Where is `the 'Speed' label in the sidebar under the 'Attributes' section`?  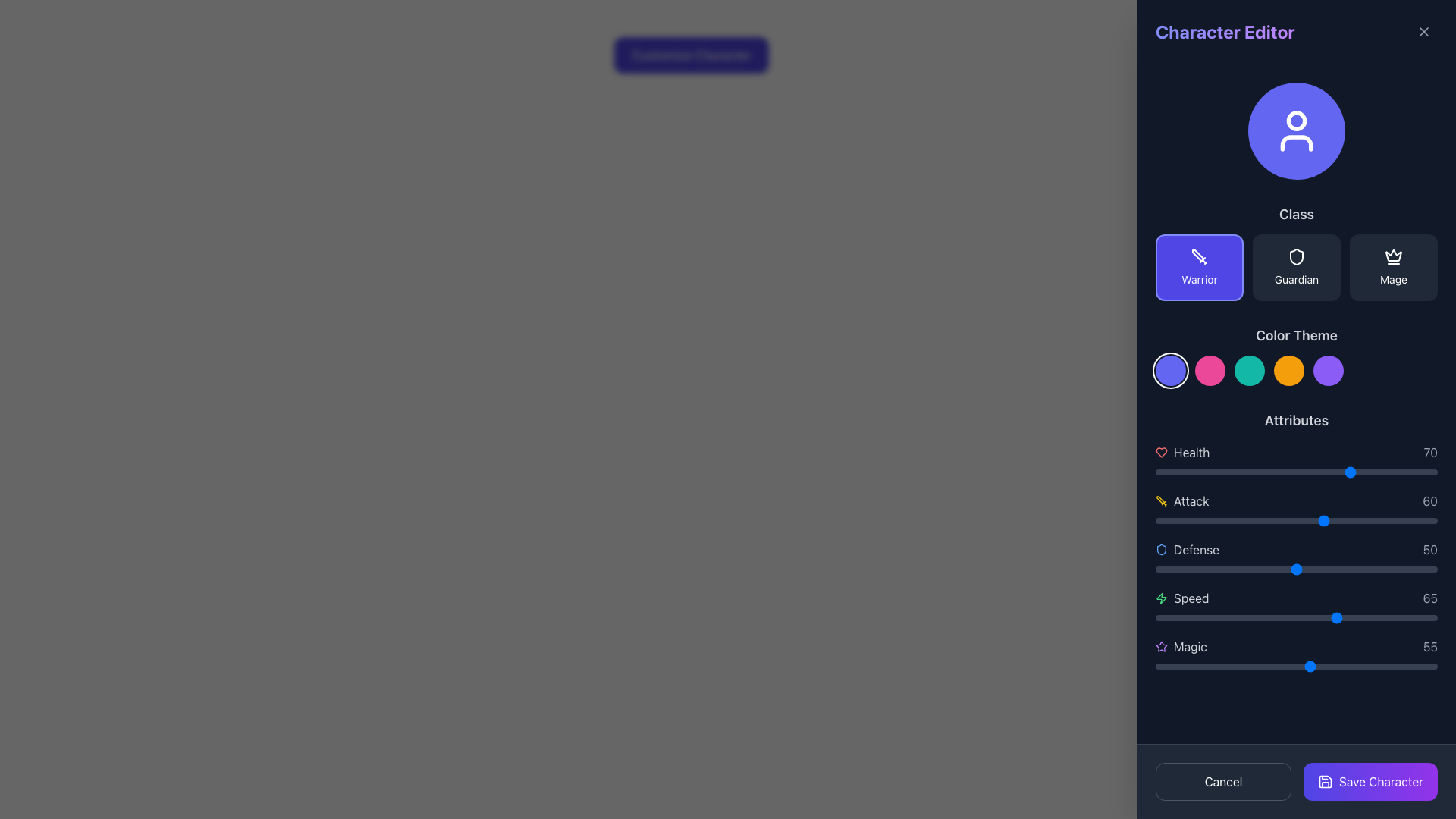 the 'Speed' label in the sidebar under the 'Attributes' section is located at coordinates (1191, 598).